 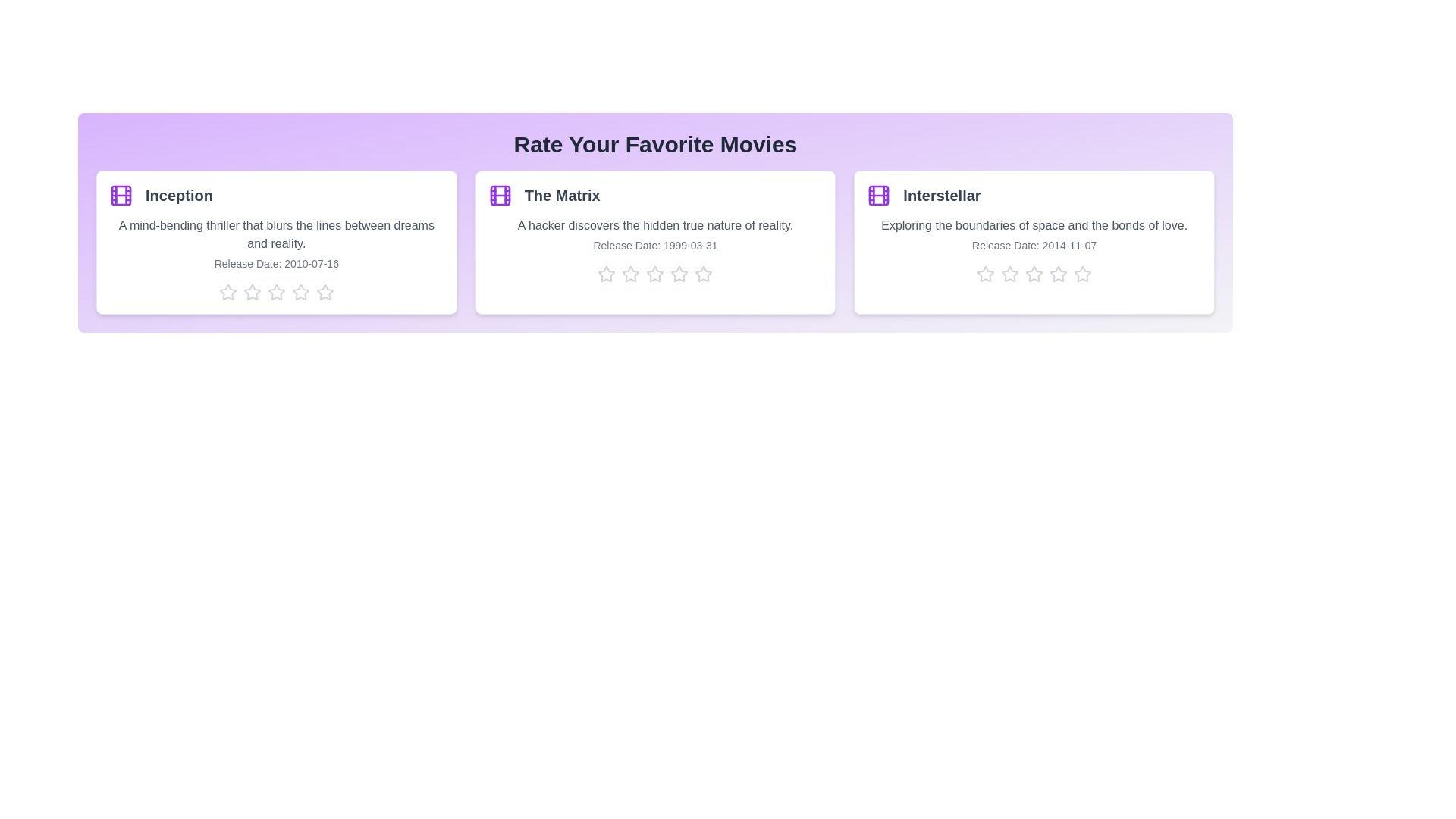 What do you see at coordinates (1034, 275) in the screenshot?
I see `the star corresponding to 3 stars for the movie Interstellar` at bounding box center [1034, 275].